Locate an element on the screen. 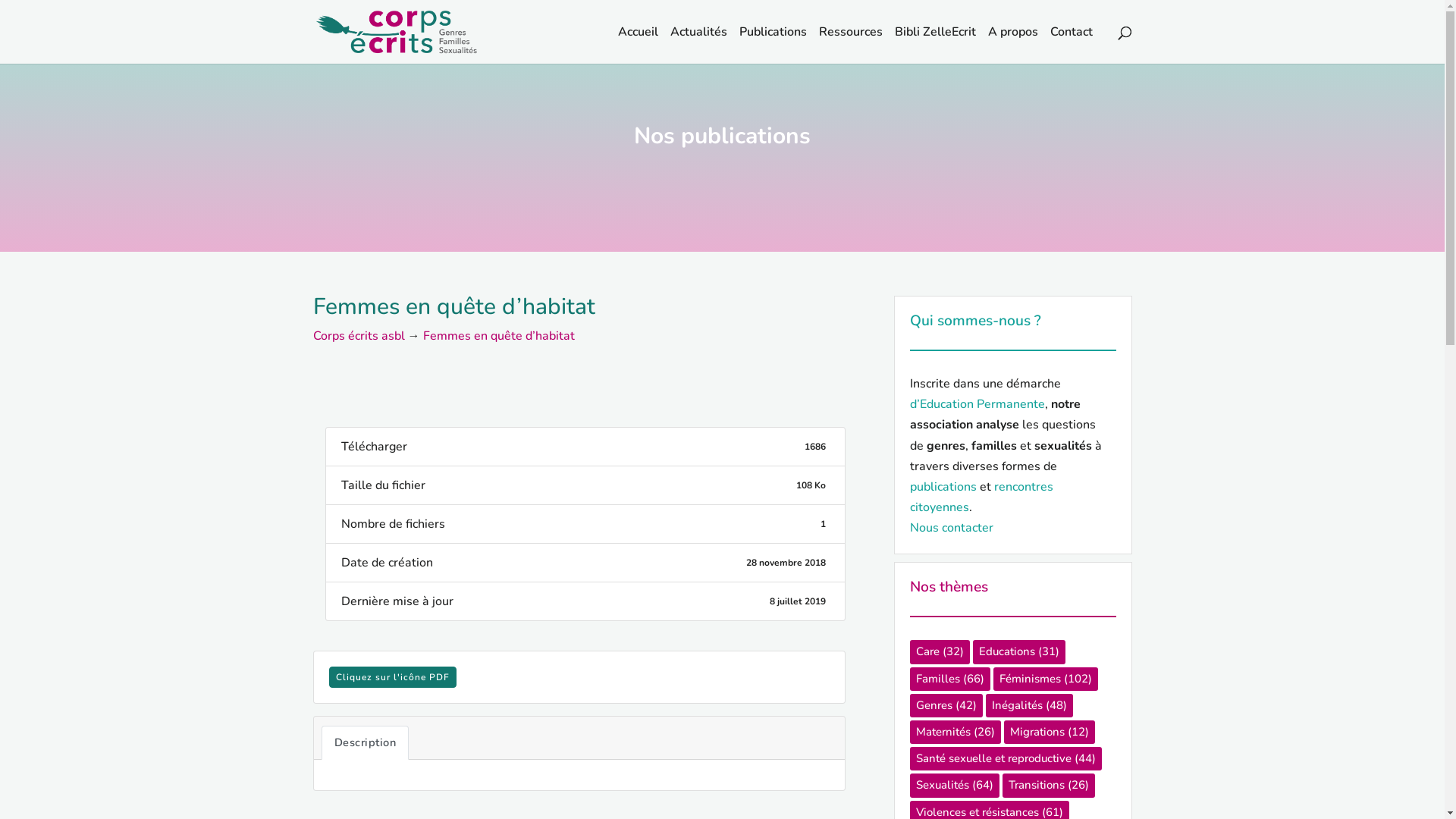  'Ressources' is located at coordinates (818, 44).